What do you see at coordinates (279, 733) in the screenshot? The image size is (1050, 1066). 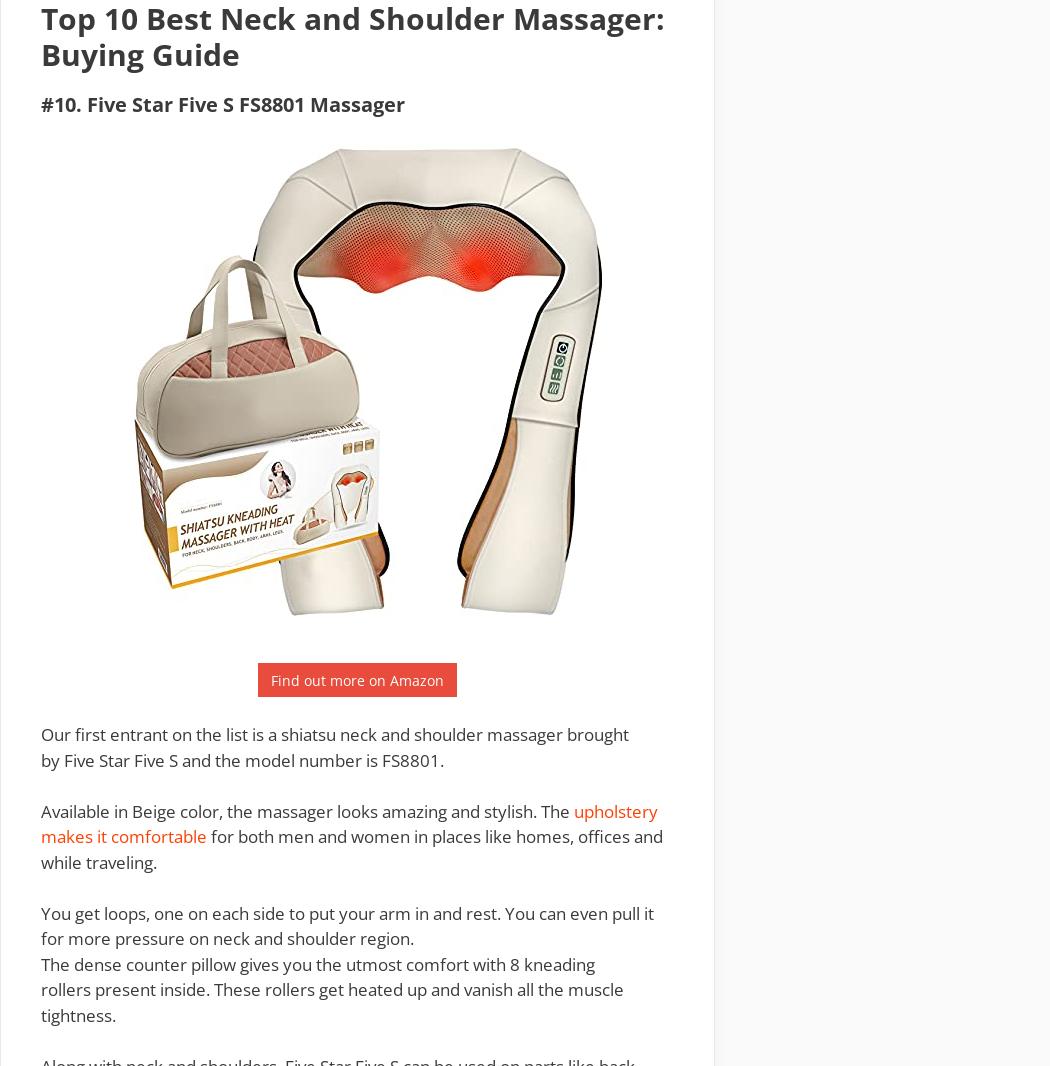 I see `'shiatsu neck and shoulder massager'` at bounding box center [279, 733].